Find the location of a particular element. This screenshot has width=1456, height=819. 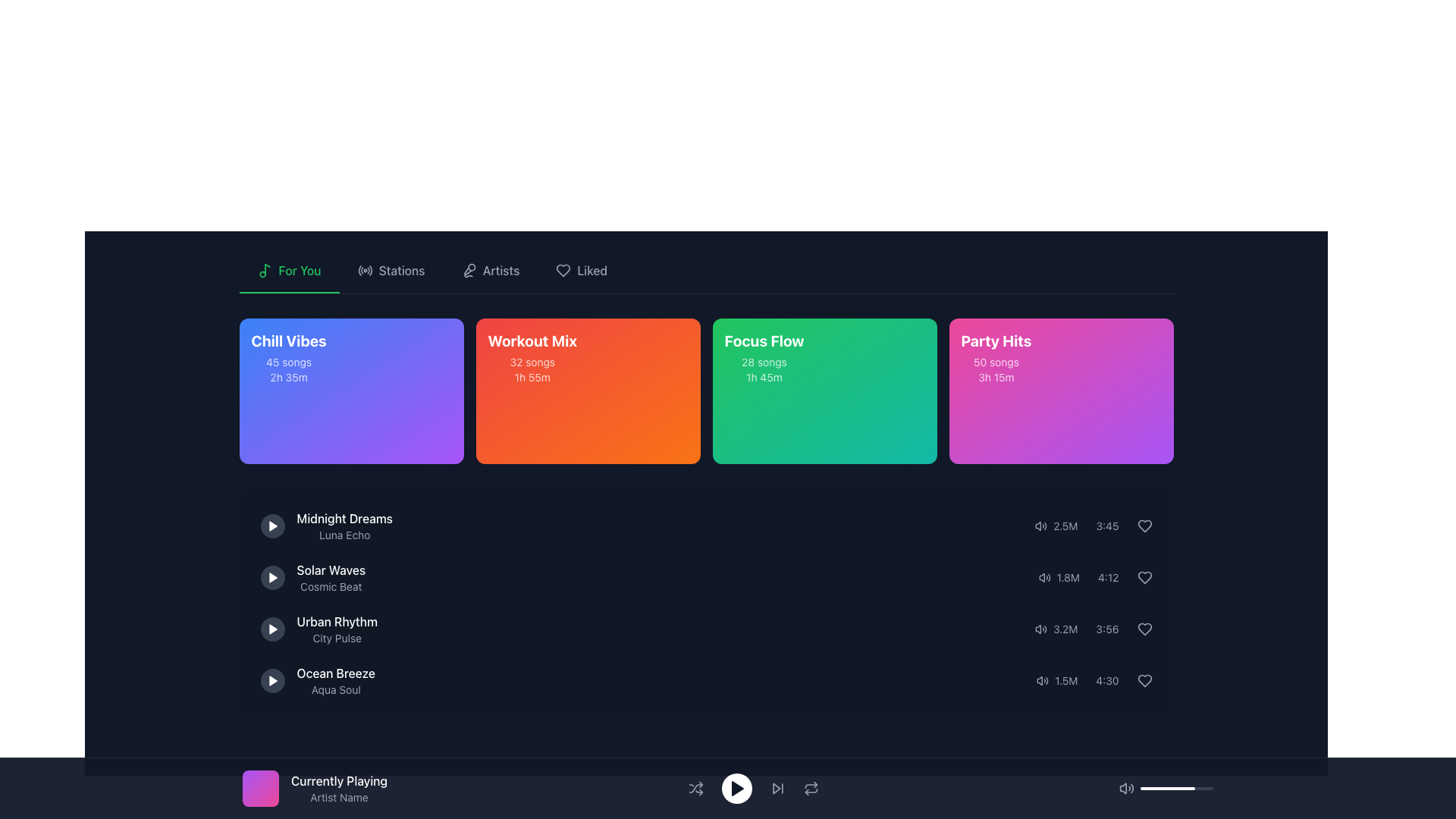

the text label UI component that displays the duration of the associated song, located to the left of the interactive heart icon and right after the numeric label indicating the number of plays is located at coordinates (1107, 680).